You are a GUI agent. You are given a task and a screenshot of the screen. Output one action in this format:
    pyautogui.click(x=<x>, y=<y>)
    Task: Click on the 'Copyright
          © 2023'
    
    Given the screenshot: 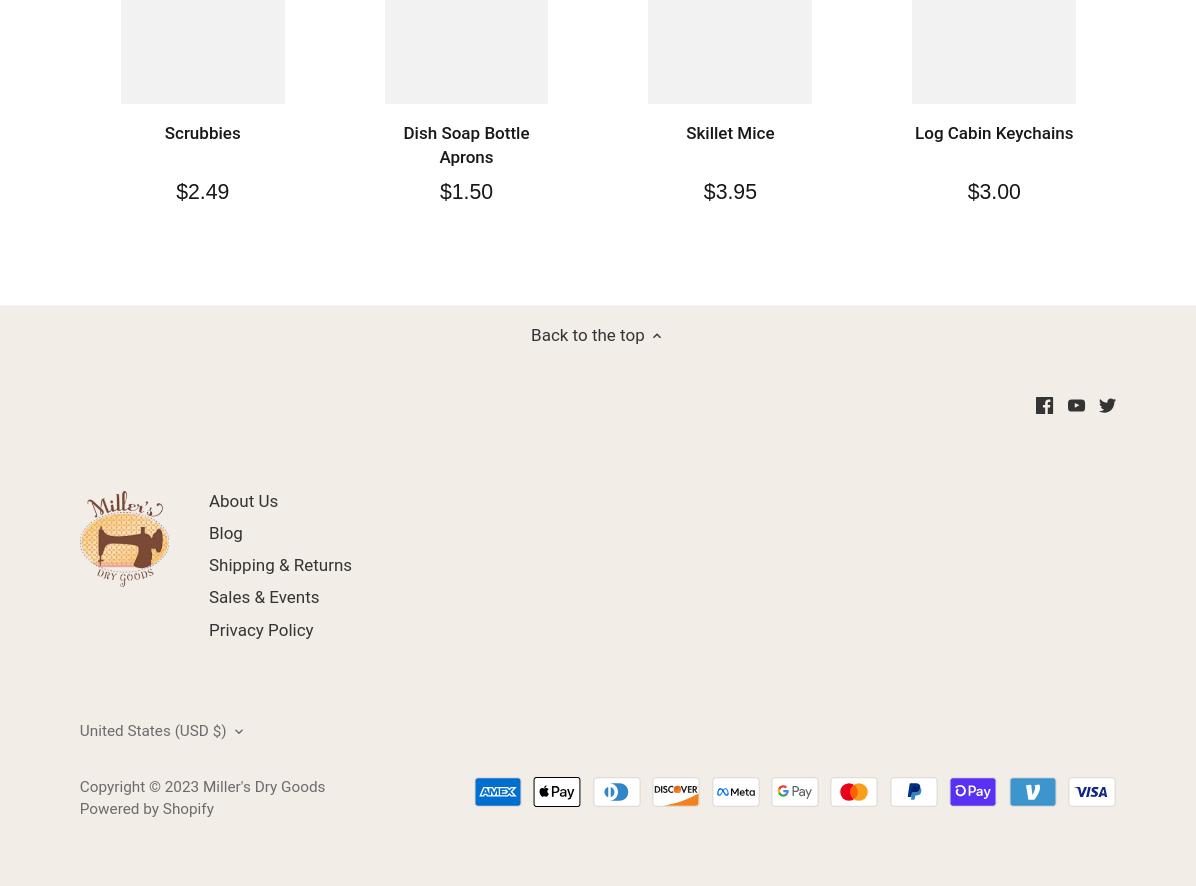 What is the action you would take?
    pyautogui.click(x=139, y=786)
    